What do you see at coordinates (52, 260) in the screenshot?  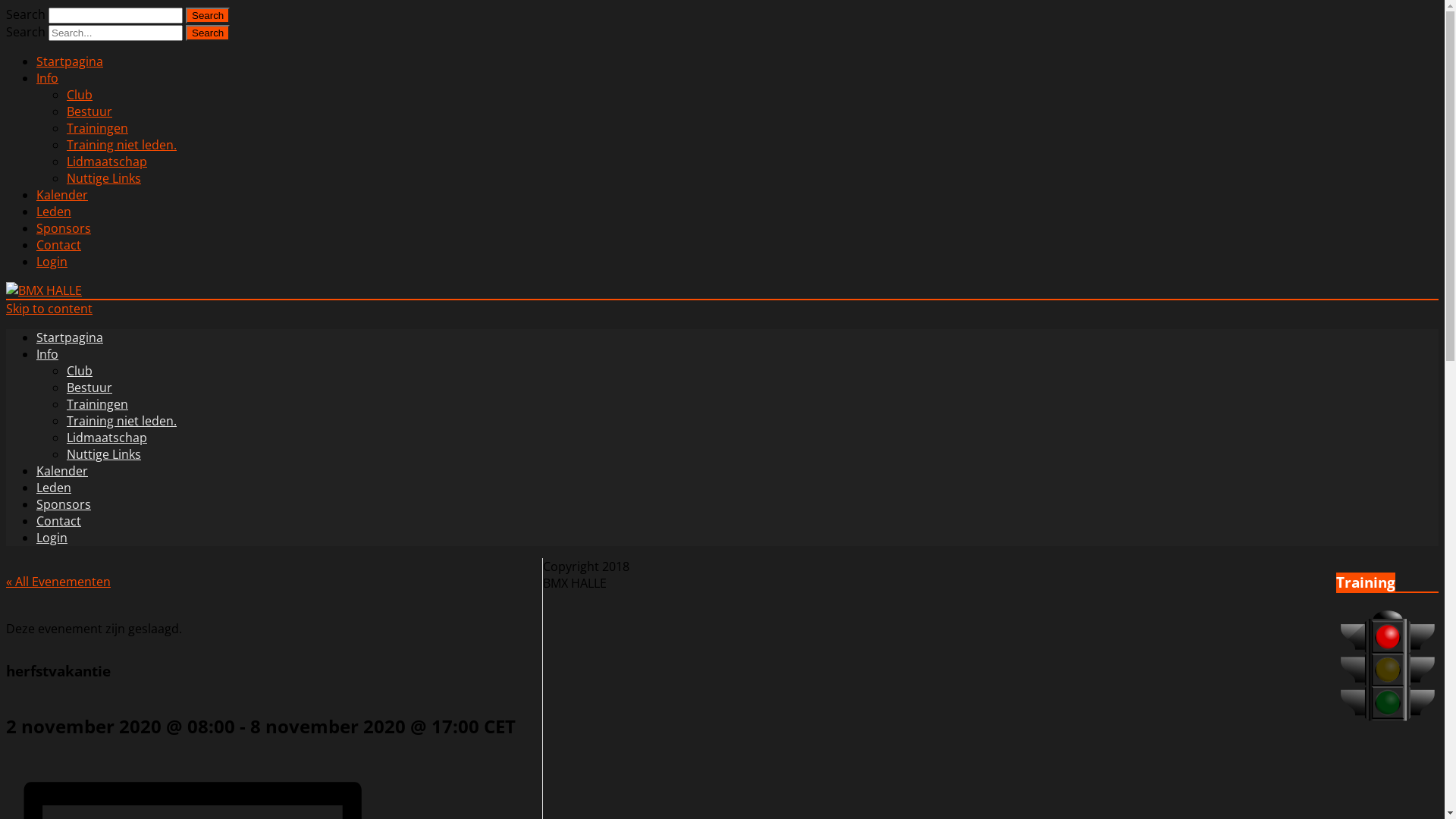 I see `'Login'` at bounding box center [52, 260].